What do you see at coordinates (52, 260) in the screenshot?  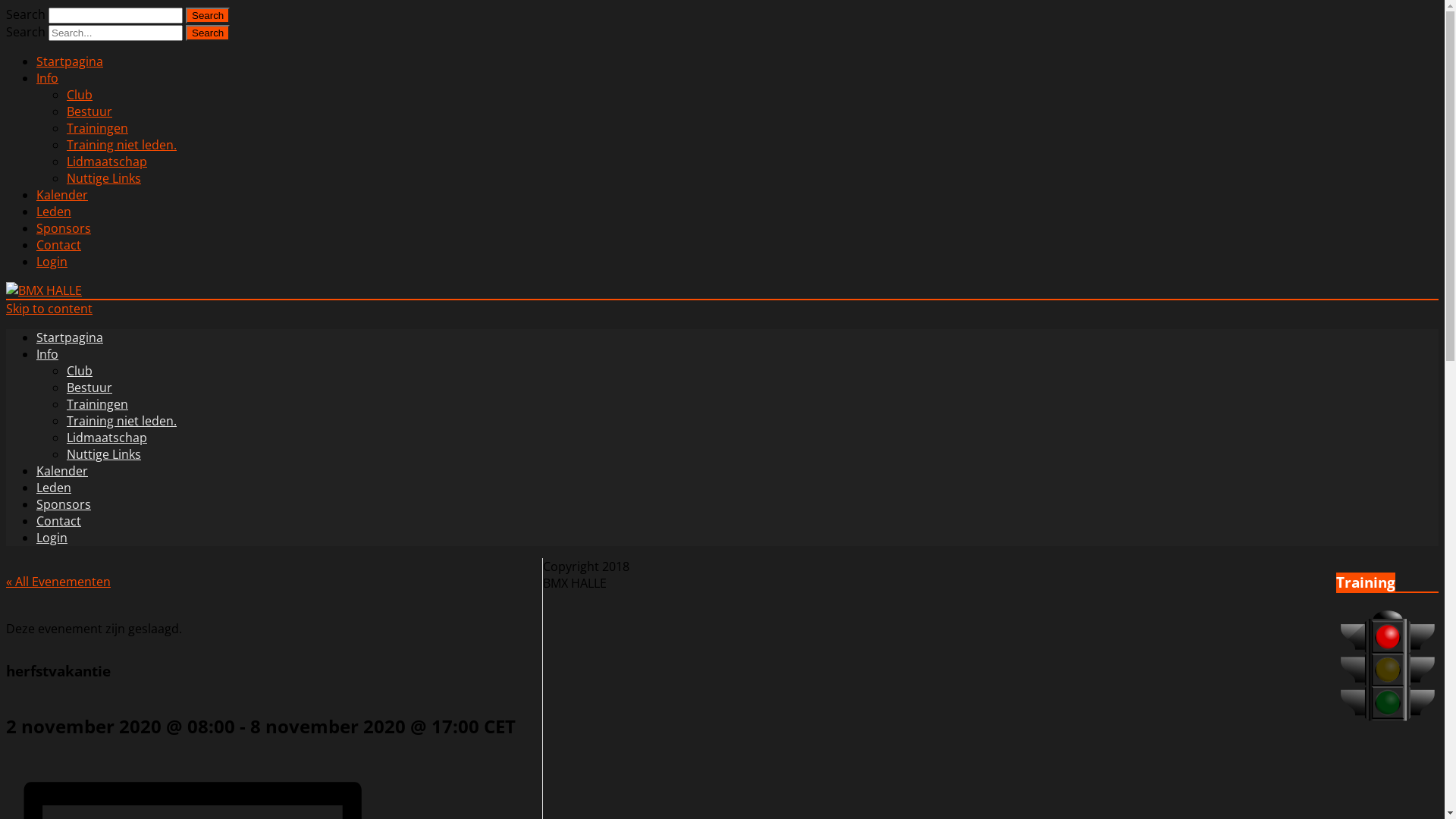 I see `'Login'` at bounding box center [52, 260].